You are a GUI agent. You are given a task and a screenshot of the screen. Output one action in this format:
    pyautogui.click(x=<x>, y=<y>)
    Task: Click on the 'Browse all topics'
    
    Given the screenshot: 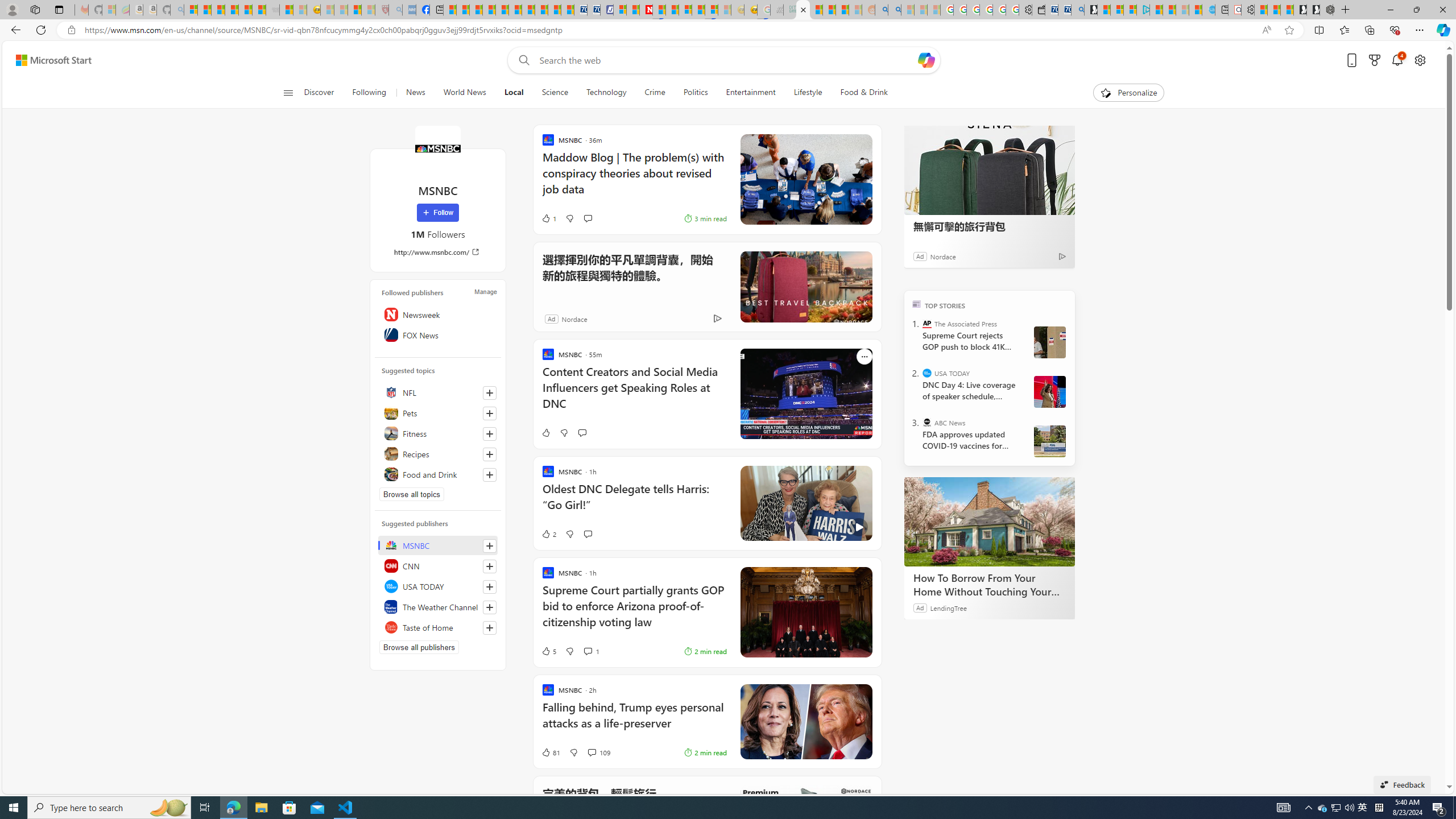 What is the action you would take?
    pyautogui.click(x=411, y=494)
    